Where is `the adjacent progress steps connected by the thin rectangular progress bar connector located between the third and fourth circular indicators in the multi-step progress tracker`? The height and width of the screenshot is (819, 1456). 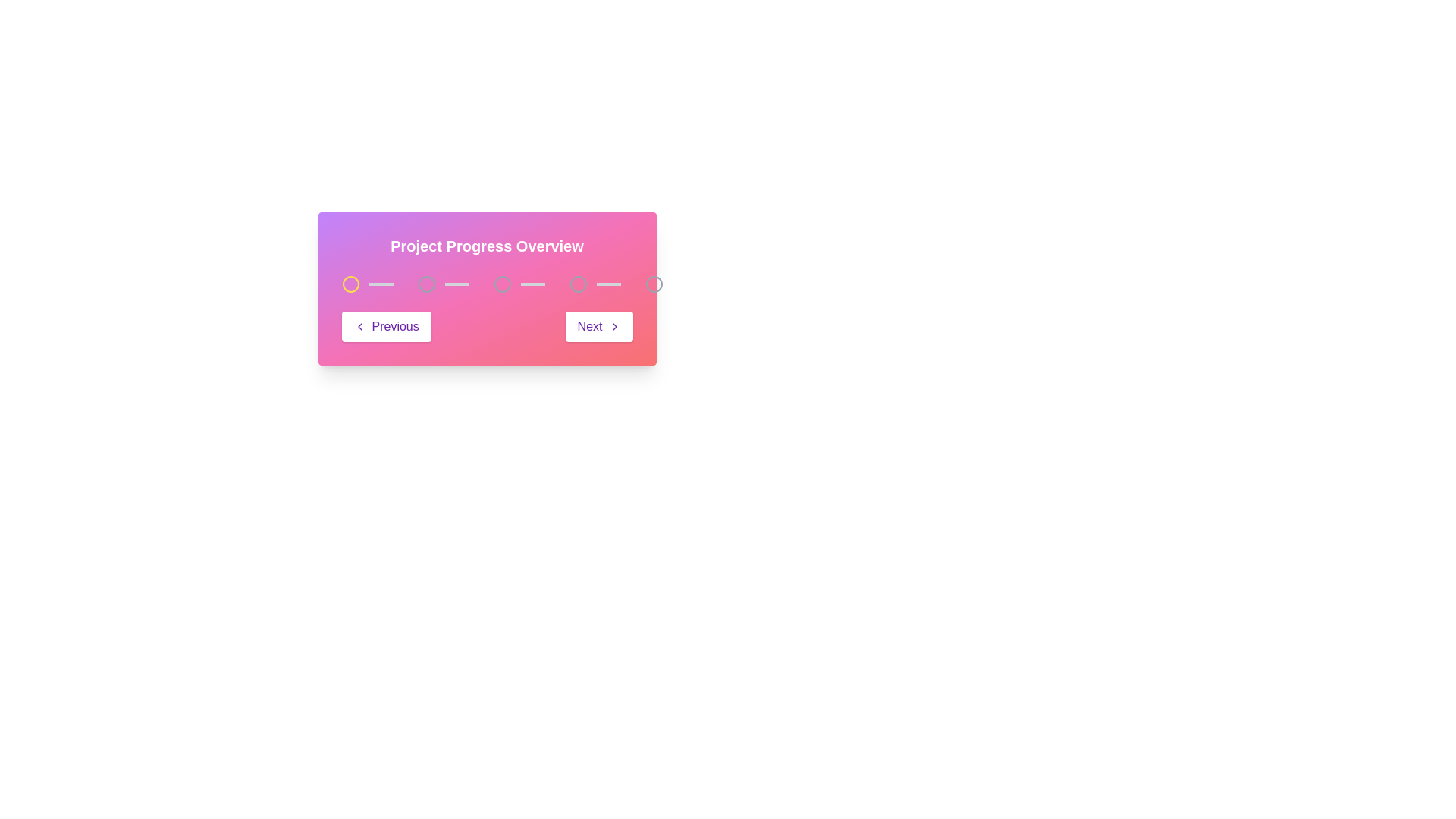 the adjacent progress steps connected by the thin rectangular progress bar connector located between the third and fourth circular indicators in the multi-step progress tracker is located at coordinates (532, 284).